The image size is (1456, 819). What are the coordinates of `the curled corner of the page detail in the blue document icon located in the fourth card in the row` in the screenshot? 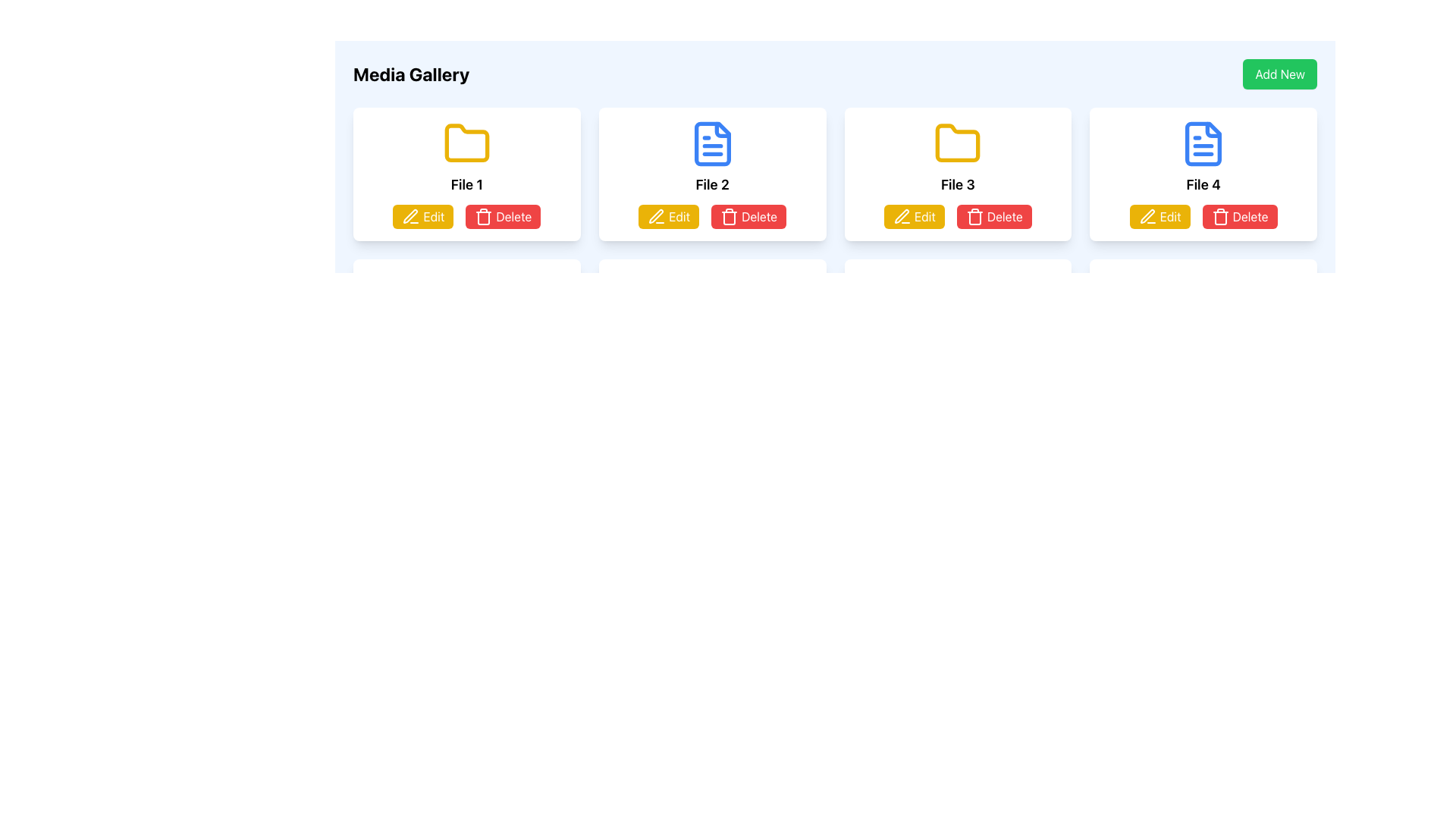 It's located at (1213, 129).